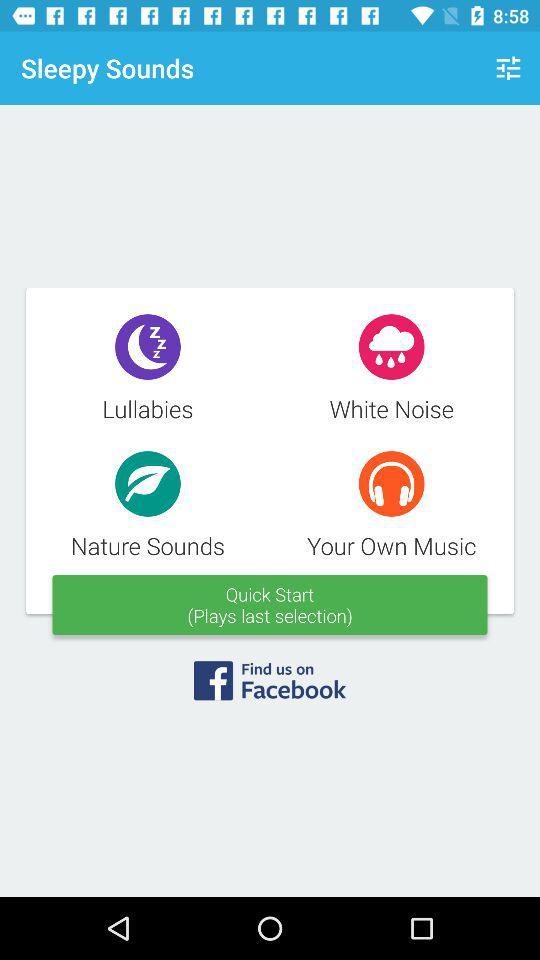 Image resolution: width=540 pixels, height=960 pixels. Describe the element at coordinates (508, 68) in the screenshot. I see `the icon to the right of the sleepy sounds item` at that location.